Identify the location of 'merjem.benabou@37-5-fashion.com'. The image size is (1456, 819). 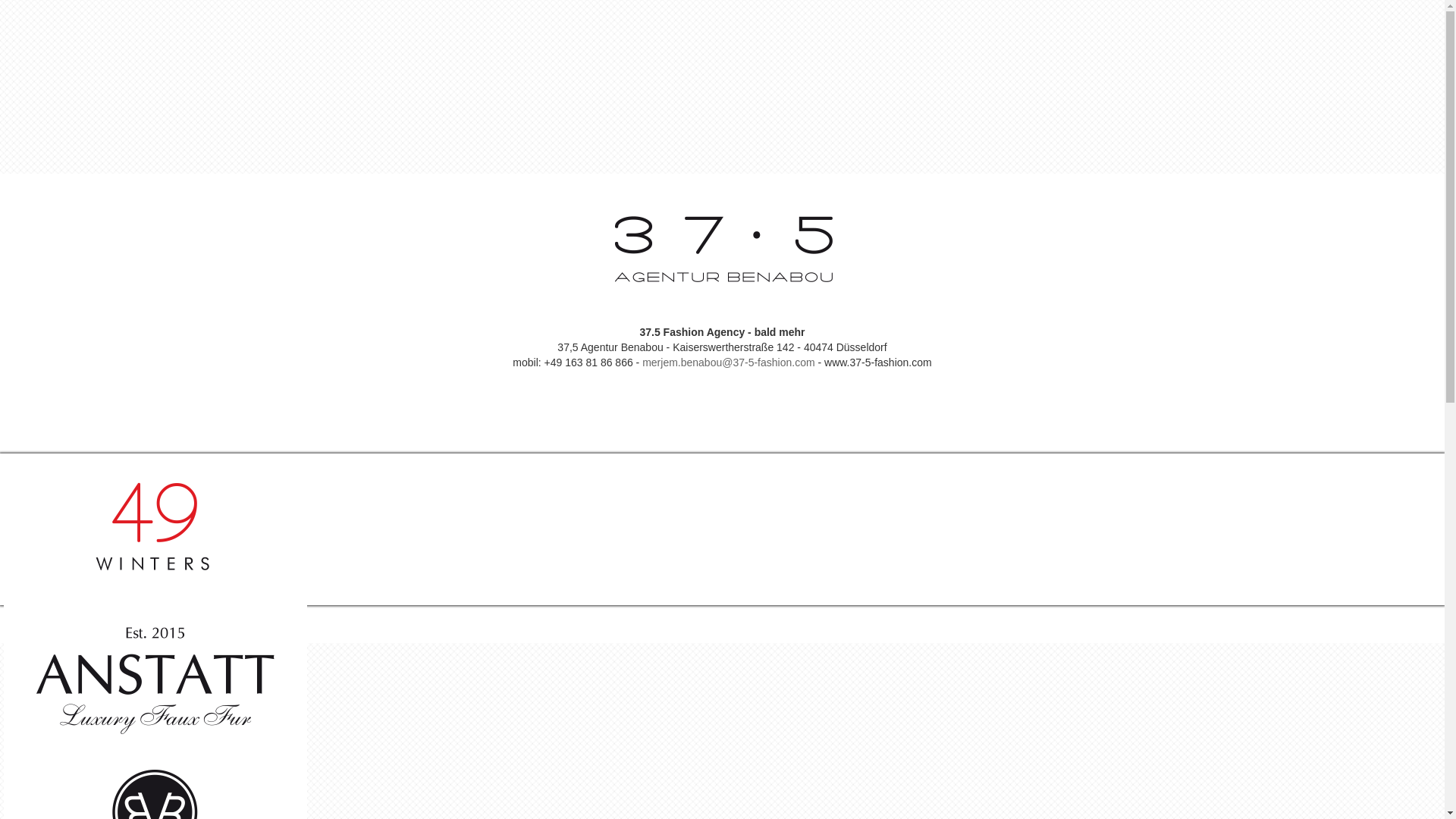
(728, 362).